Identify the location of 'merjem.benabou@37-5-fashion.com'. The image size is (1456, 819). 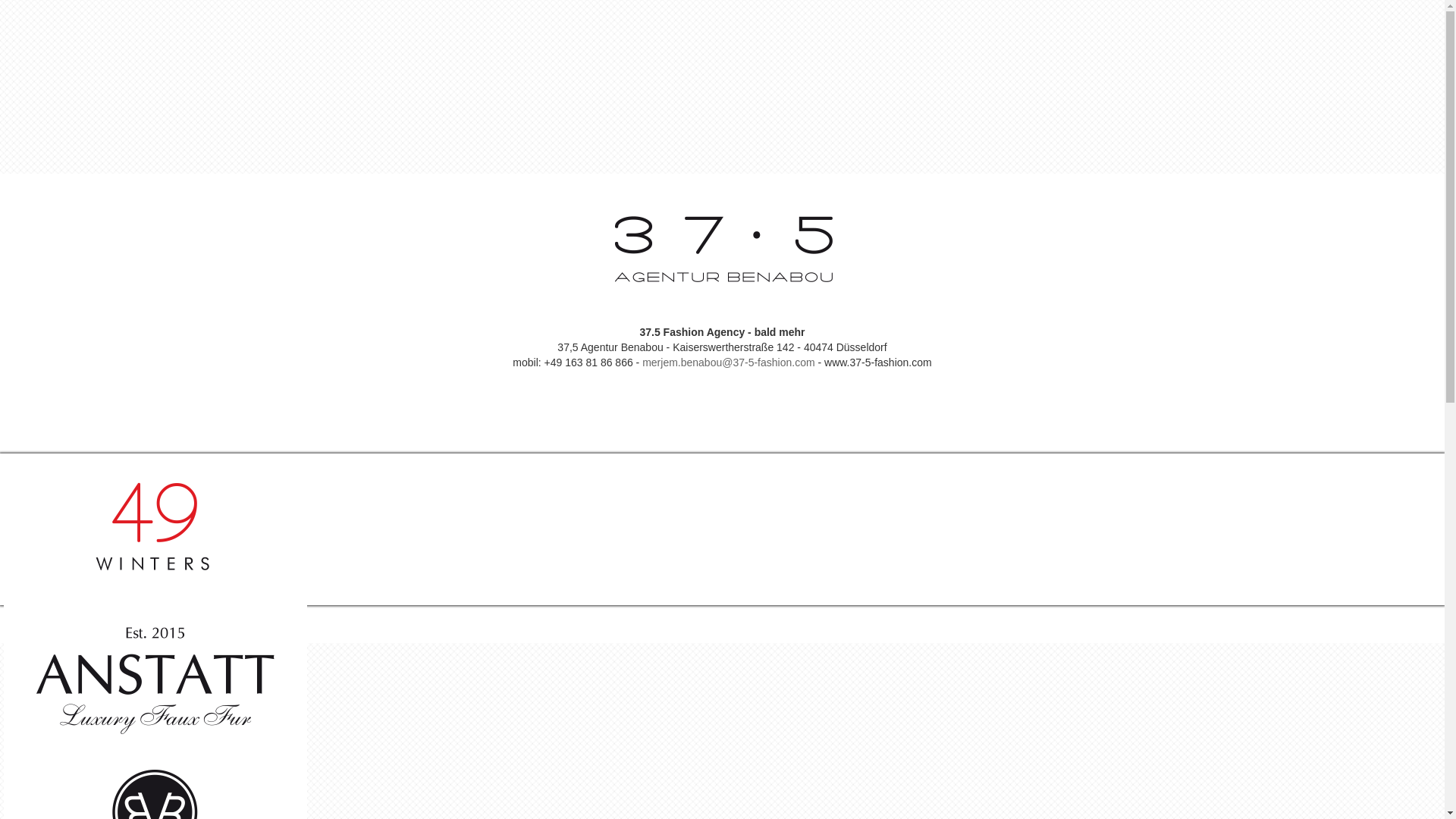
(728, 362).